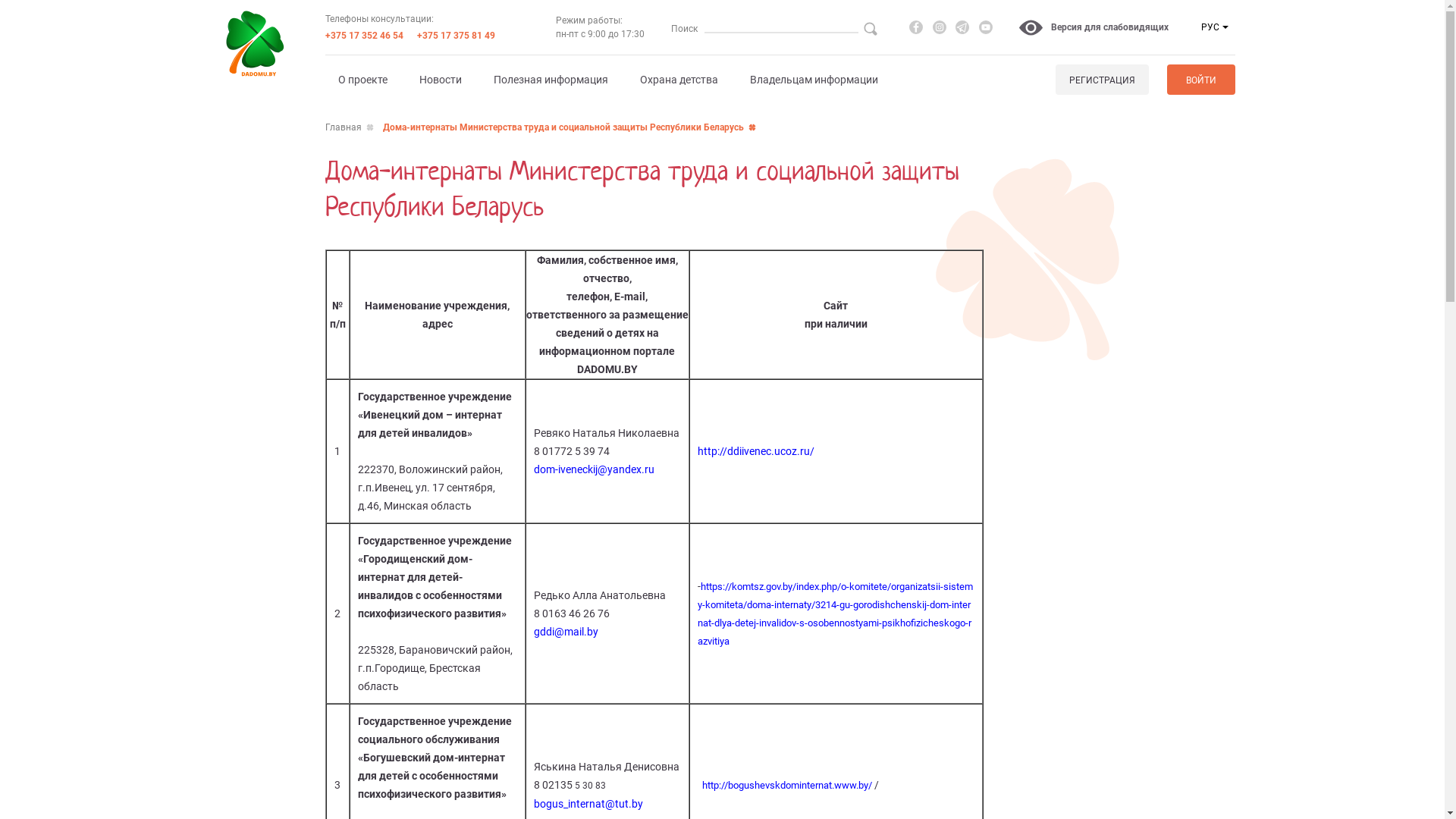 This screenshot has height=819, width=1456. Describe the element at coordinates (362, 34) in the screenshot. I see `'+375 17 352 46 54'` at that location.